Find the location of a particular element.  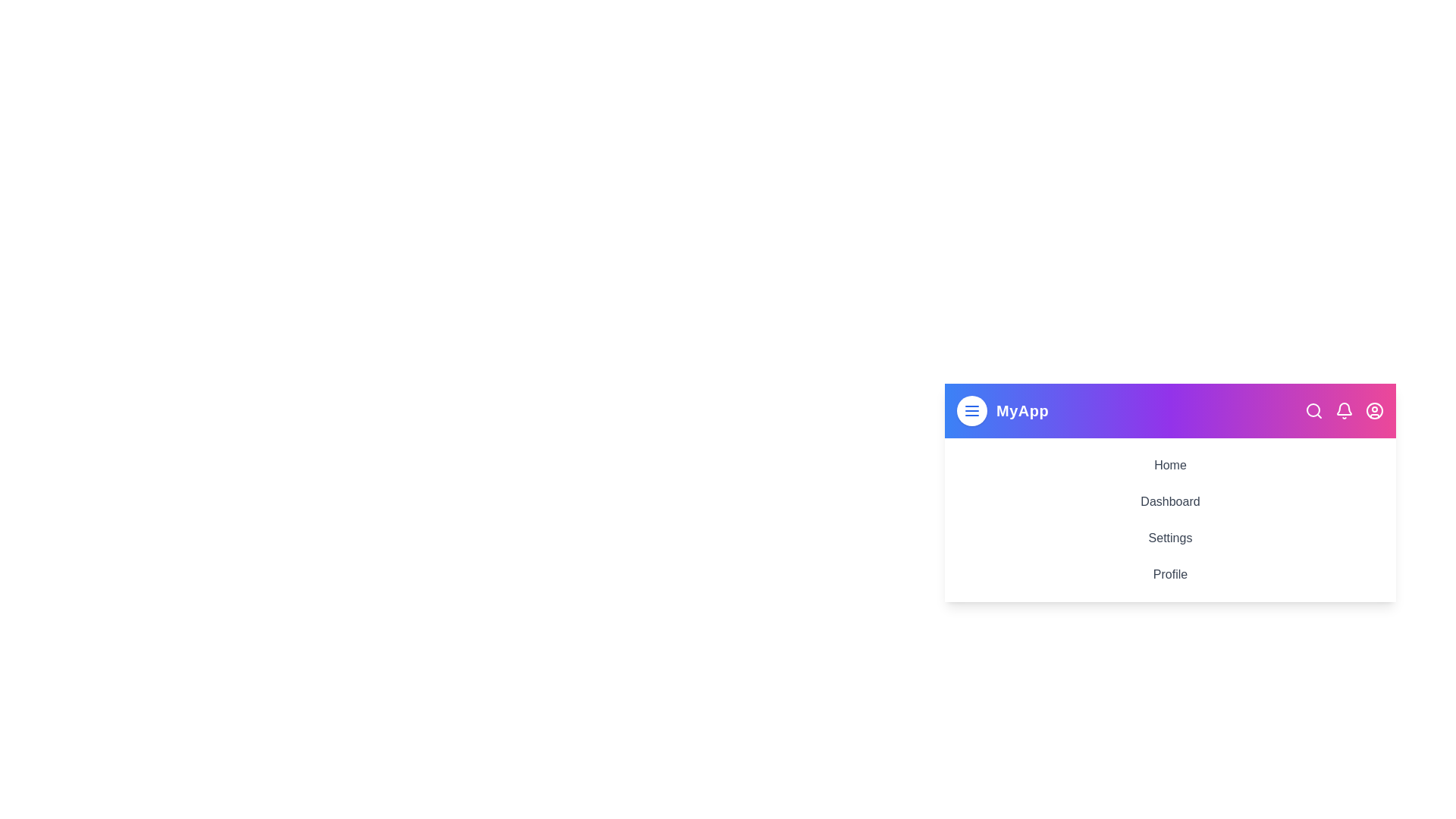

the menu item Settings to navigate is located at coordinates (1169, 537).